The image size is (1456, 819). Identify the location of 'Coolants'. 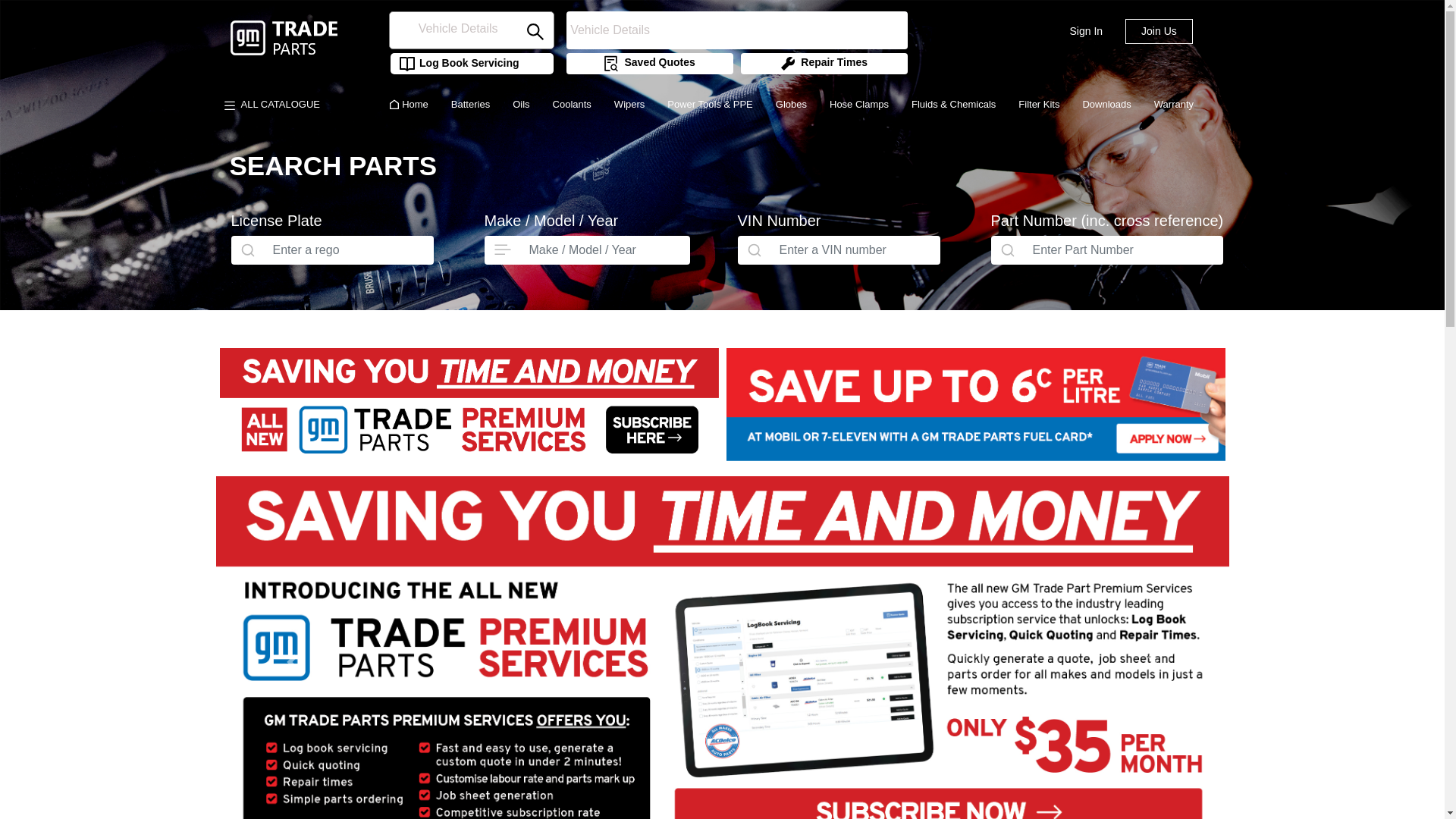
(541, 104).